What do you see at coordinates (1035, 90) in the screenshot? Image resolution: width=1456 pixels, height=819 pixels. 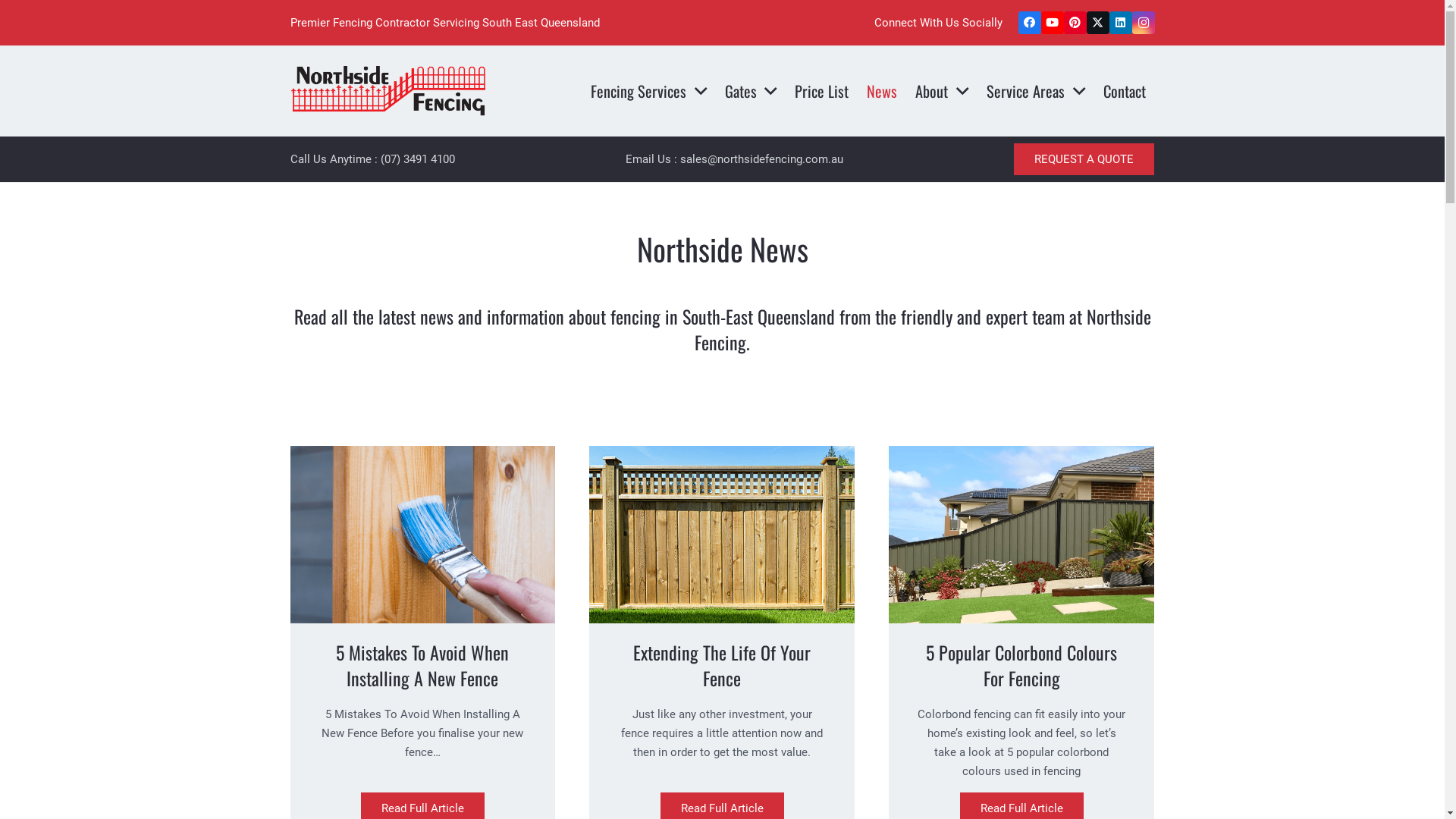 I see `'Service Areas'` at bounding box center [1035, 90].